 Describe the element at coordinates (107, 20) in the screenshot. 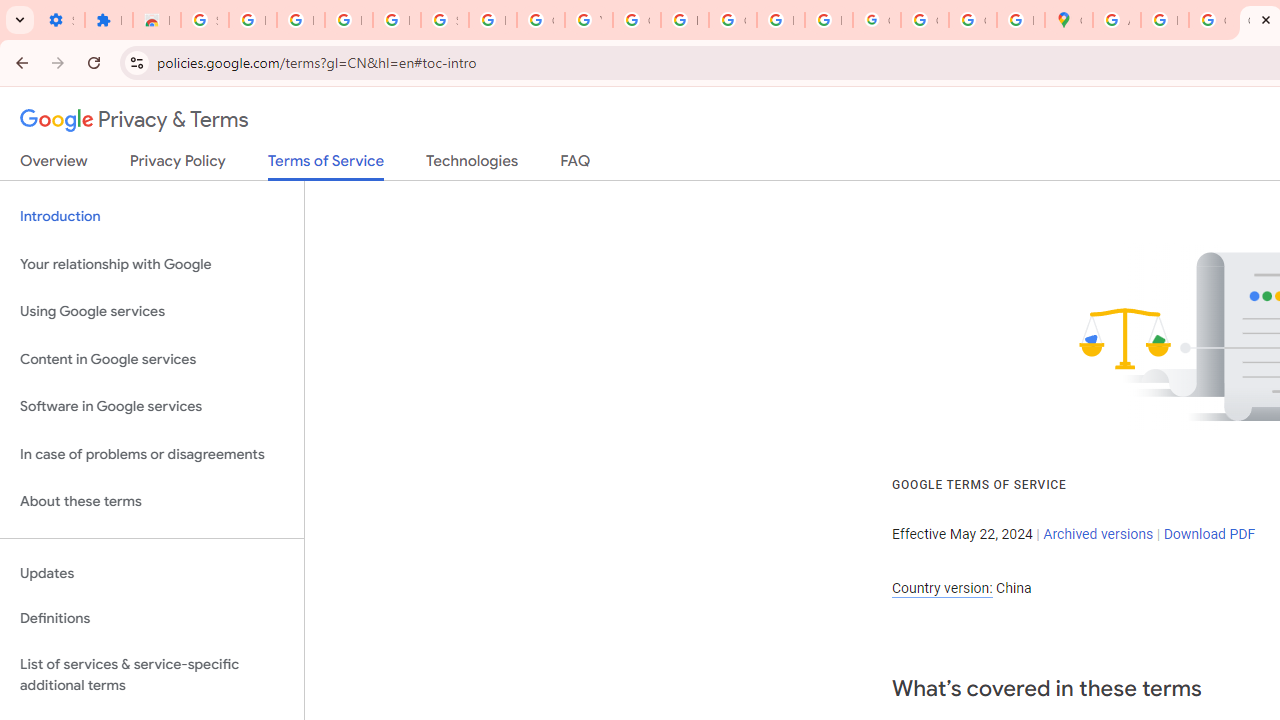

I see `'Extensions'` at that location.